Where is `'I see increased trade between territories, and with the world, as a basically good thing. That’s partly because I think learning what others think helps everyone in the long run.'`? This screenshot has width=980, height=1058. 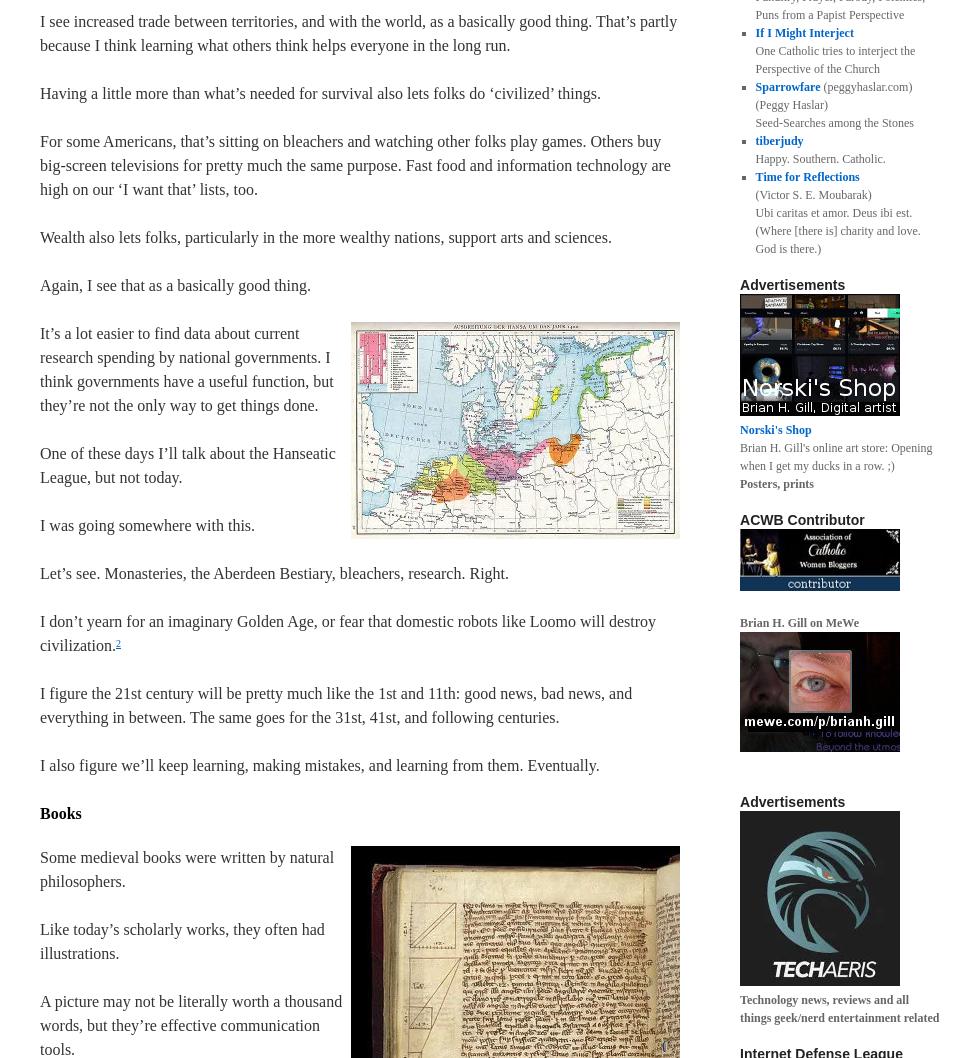 'I see increased trade between territories, and with the world, as a basically good thing. That’s partly because I think learning what others think helps everyone in the long run.' is located at coordinates (358, 33).